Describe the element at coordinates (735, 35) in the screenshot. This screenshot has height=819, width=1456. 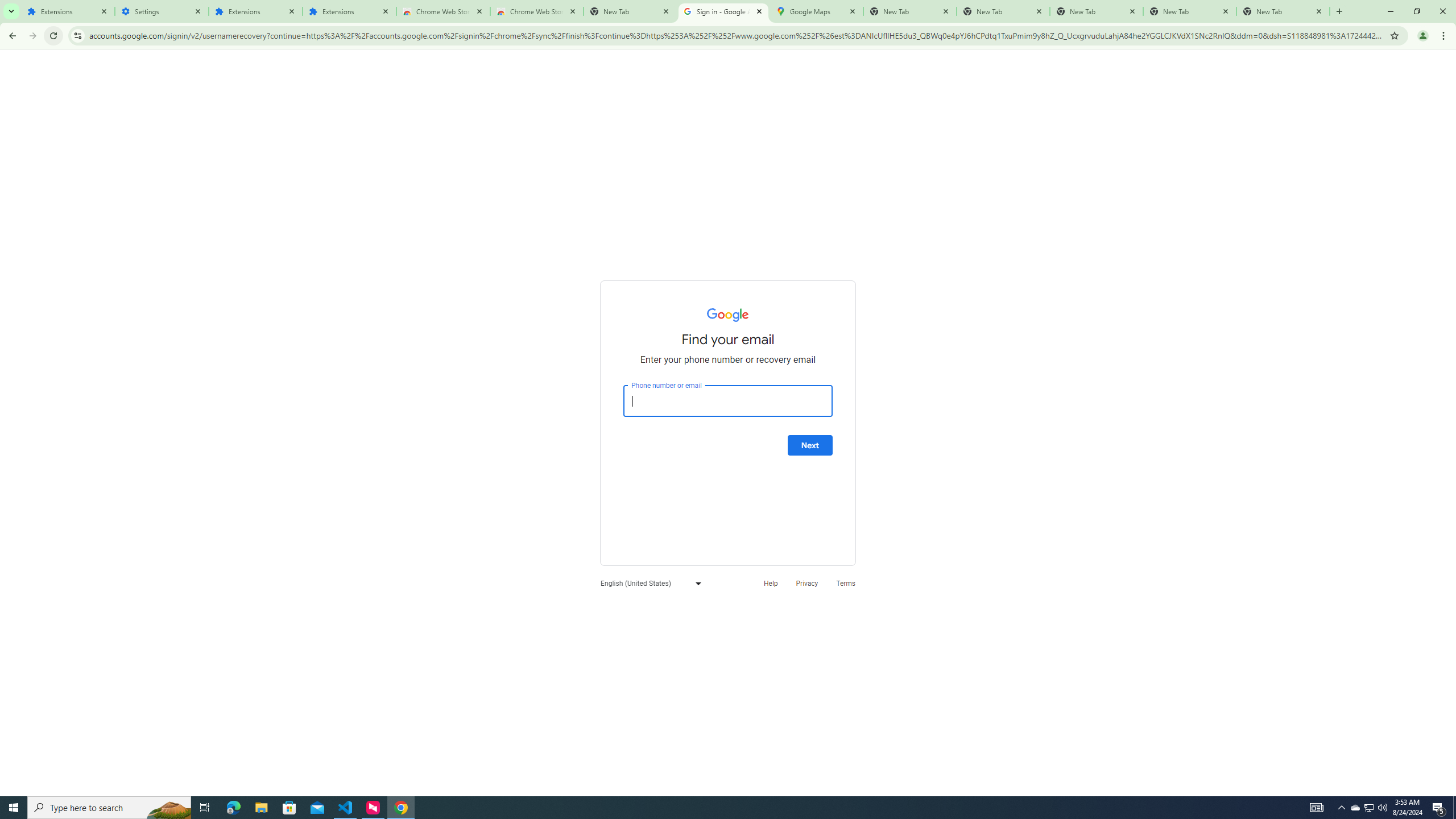
I see `'Address and search bar'` at that location.